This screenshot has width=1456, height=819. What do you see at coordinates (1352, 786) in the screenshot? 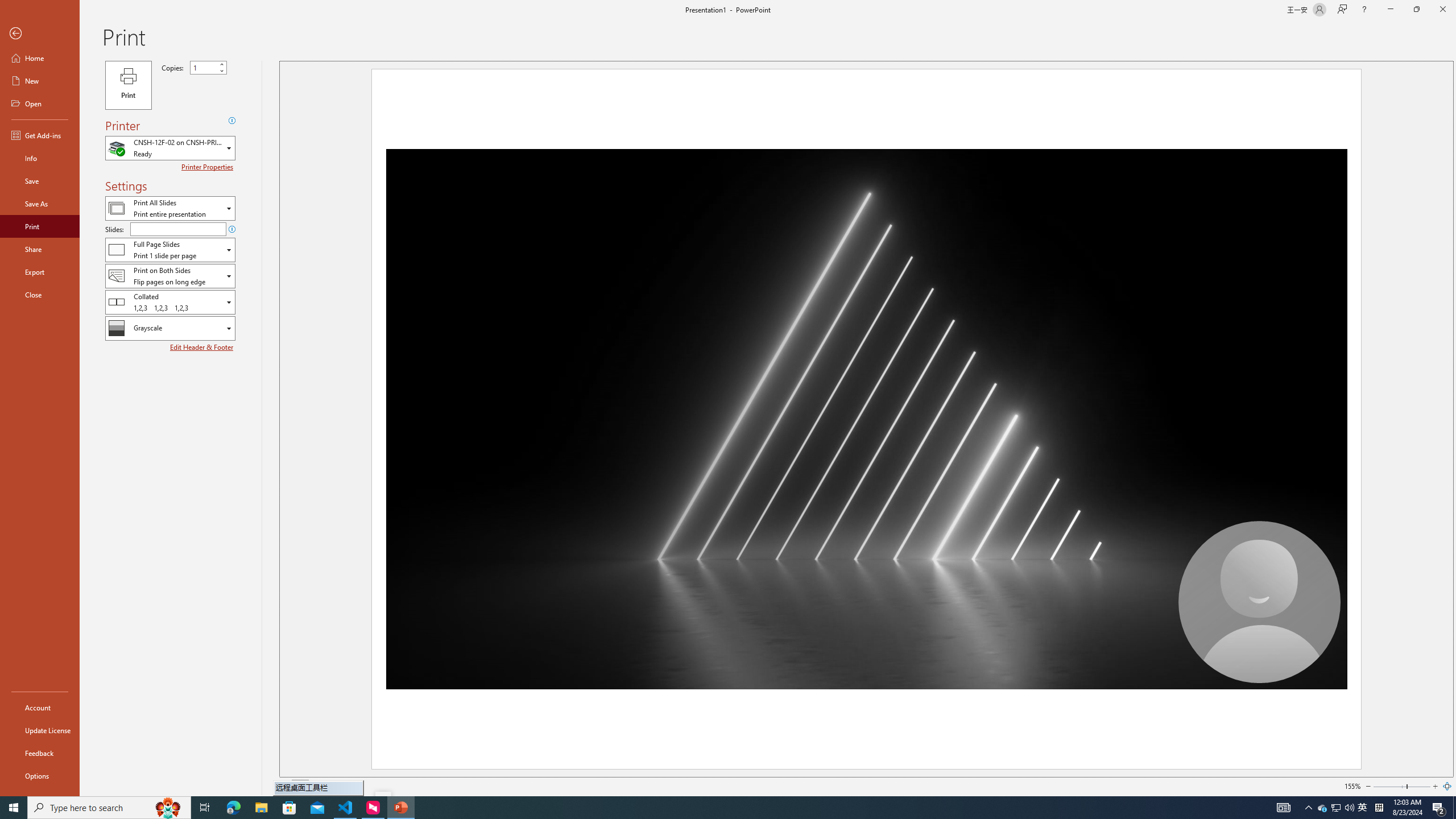
I see `'155%'` at bounding box center [1352, 786].